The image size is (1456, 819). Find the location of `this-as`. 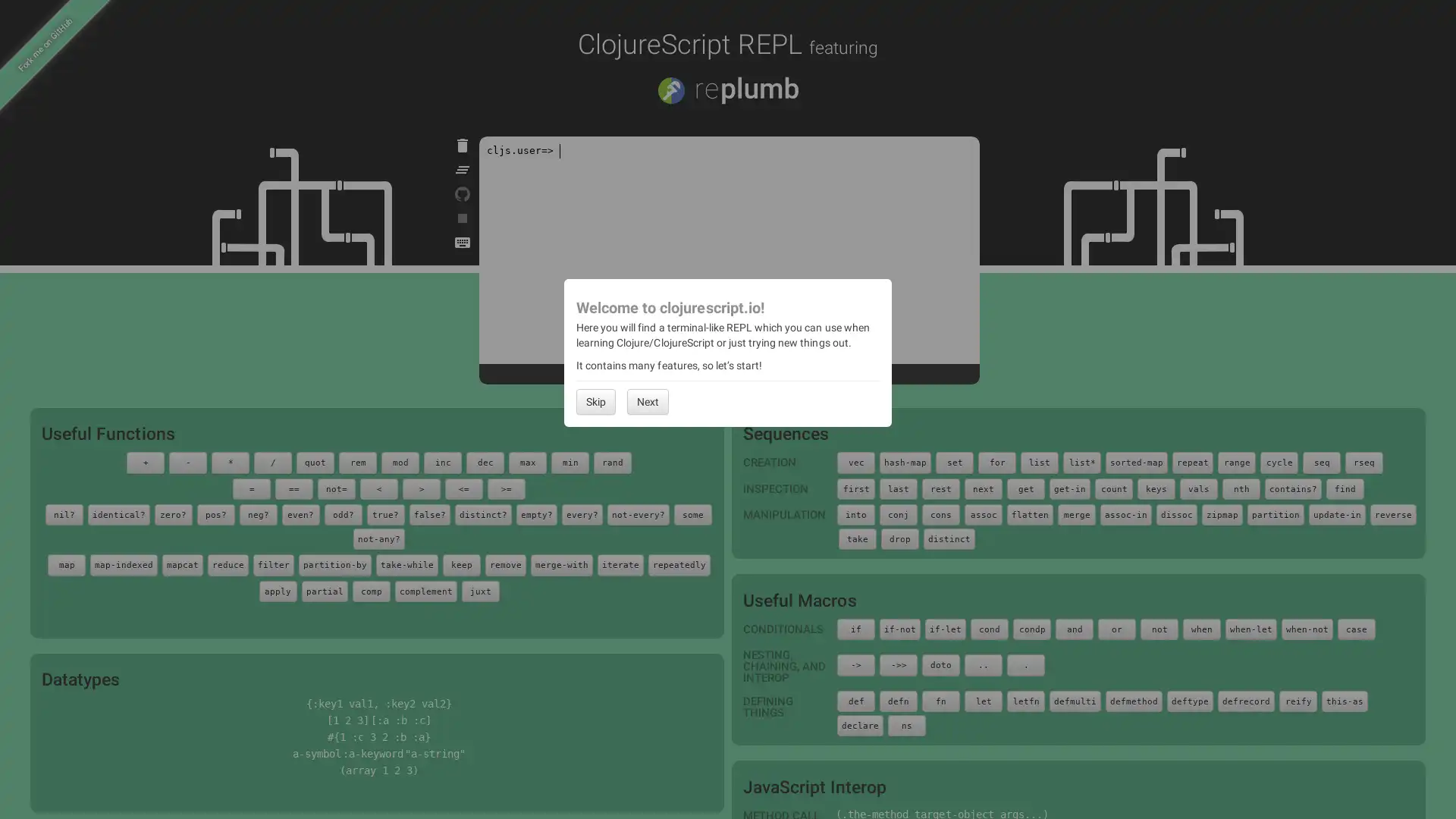

this-as is located at coordinates (1345, 701).